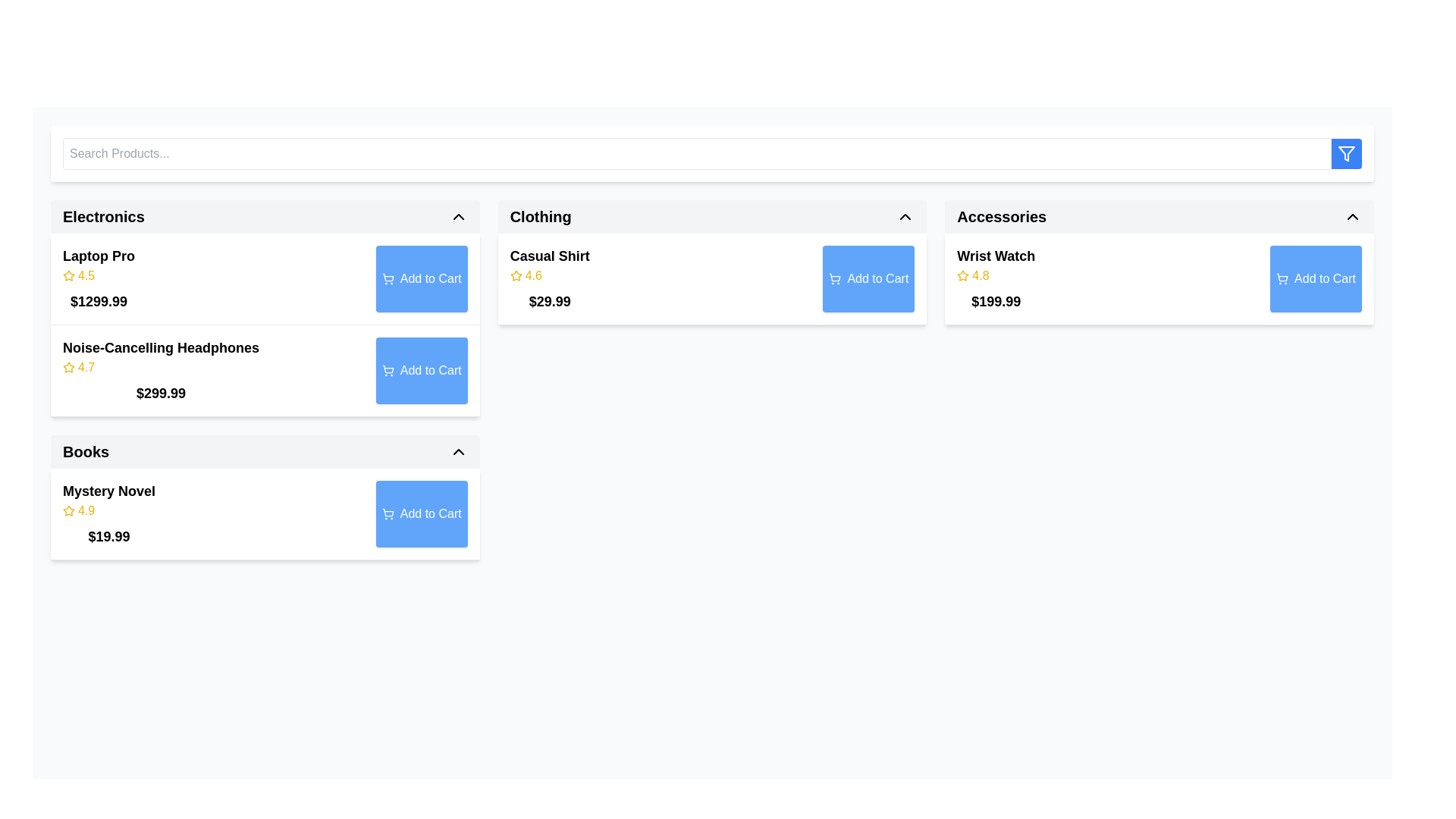 Image resolution: width=1456 pixels, height=819 pixels. What do you see at coordinates (834, 278) in the screenshot?
I see `the shopping cart icon inside the 'Add to Cart' button for the 'Casual Shirt' product in the second row, first column of the product grid` at bounding box center [834, 278].